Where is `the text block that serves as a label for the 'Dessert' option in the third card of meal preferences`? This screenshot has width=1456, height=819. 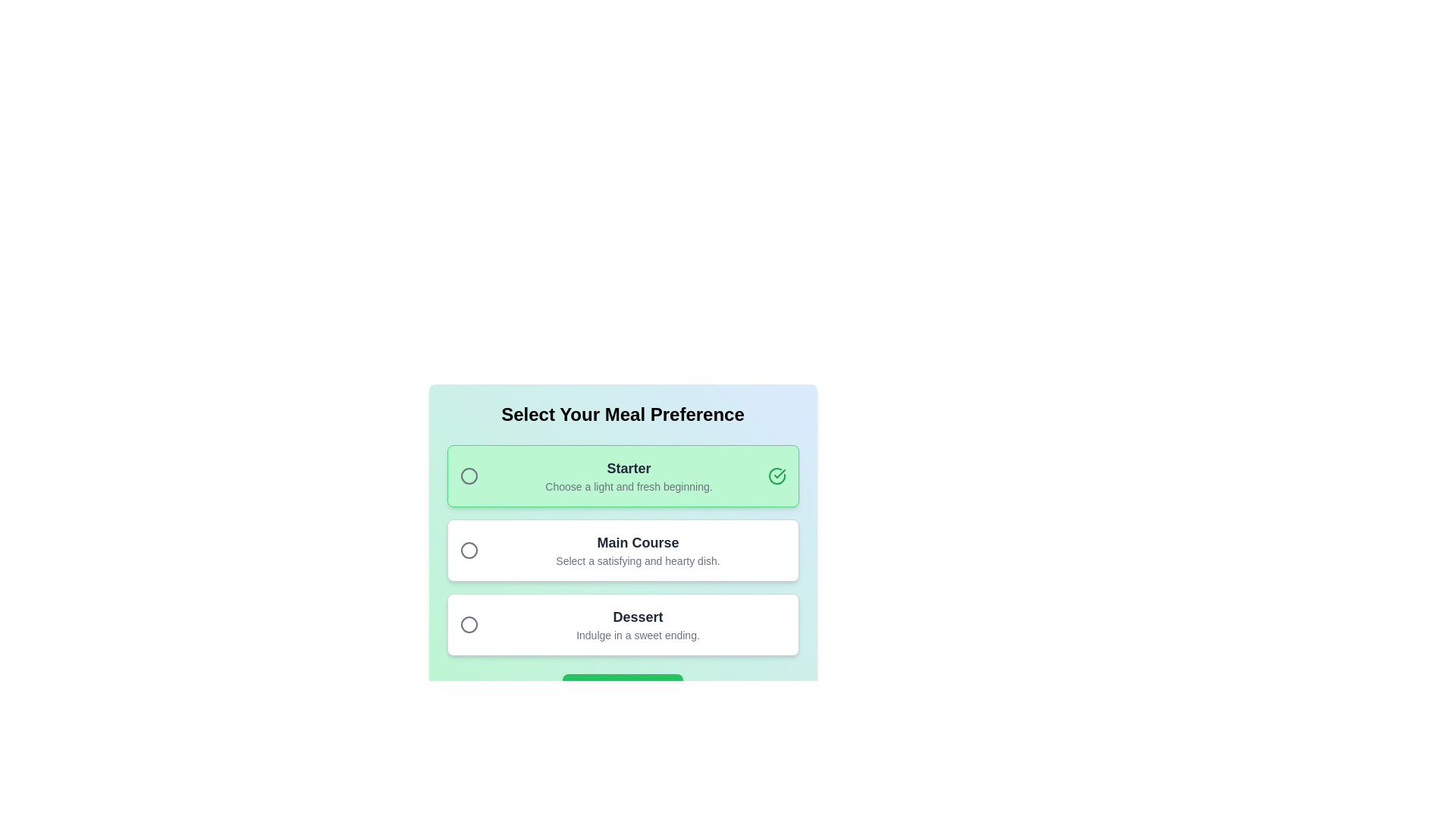 the text block that serves as a label for the 'Dessert' option in the third card of meal preferences is located at coordinates (638, 625).